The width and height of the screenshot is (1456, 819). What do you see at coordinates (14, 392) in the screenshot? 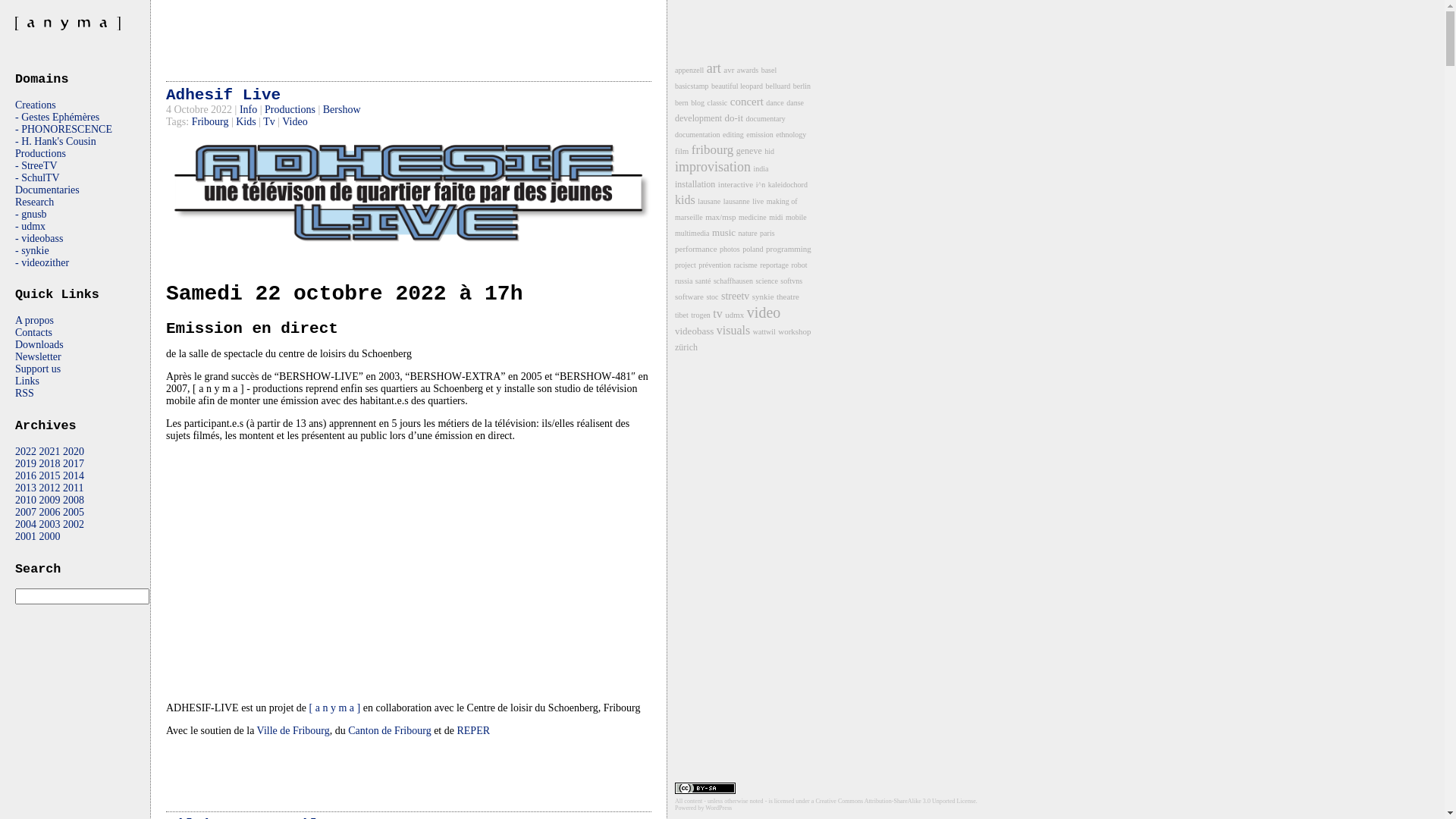
I see `'RSS'` at bounding box center [14, 392].